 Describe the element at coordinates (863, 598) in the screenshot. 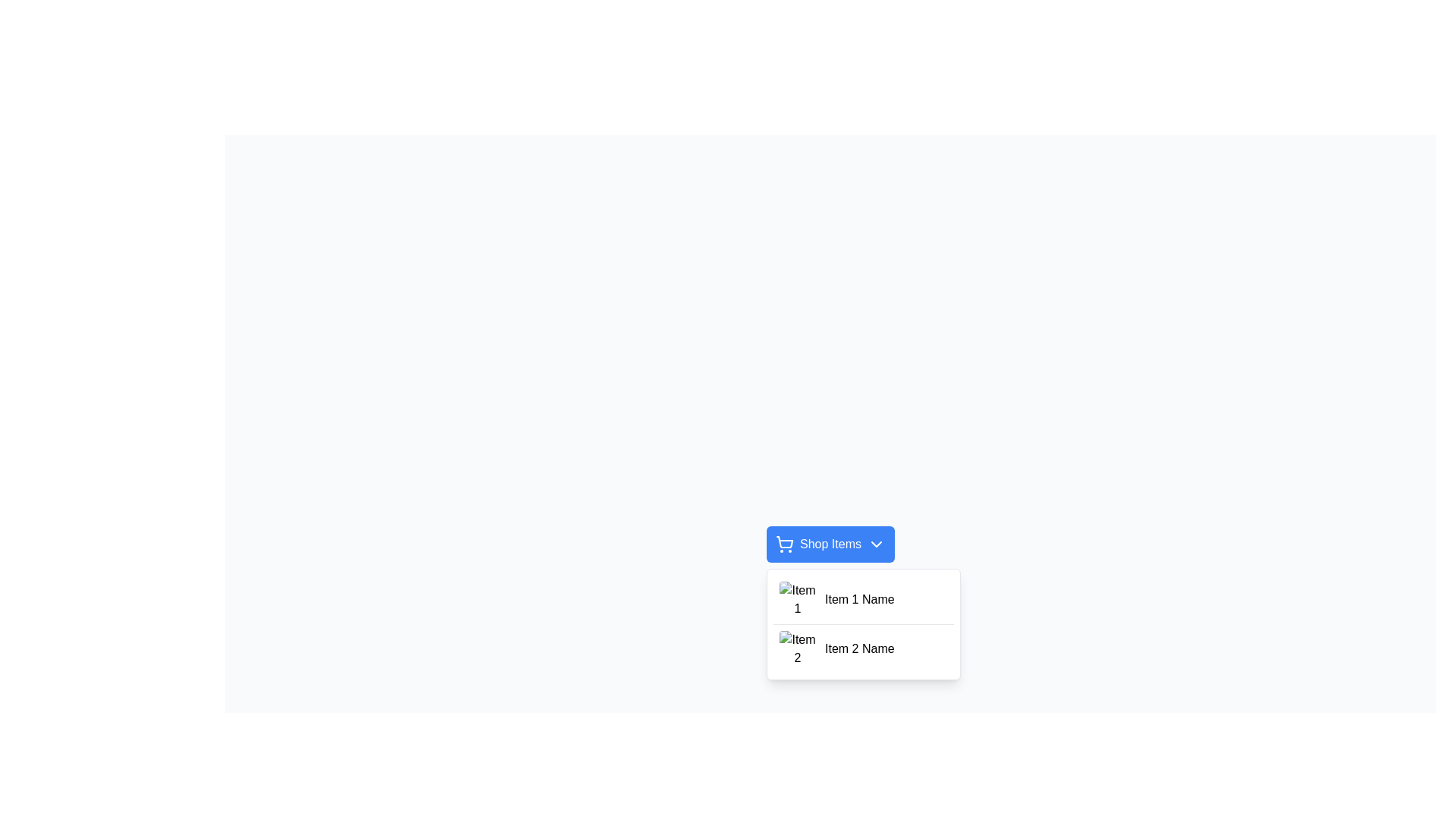

I see `the first List Item in the shopping menu` at that location.